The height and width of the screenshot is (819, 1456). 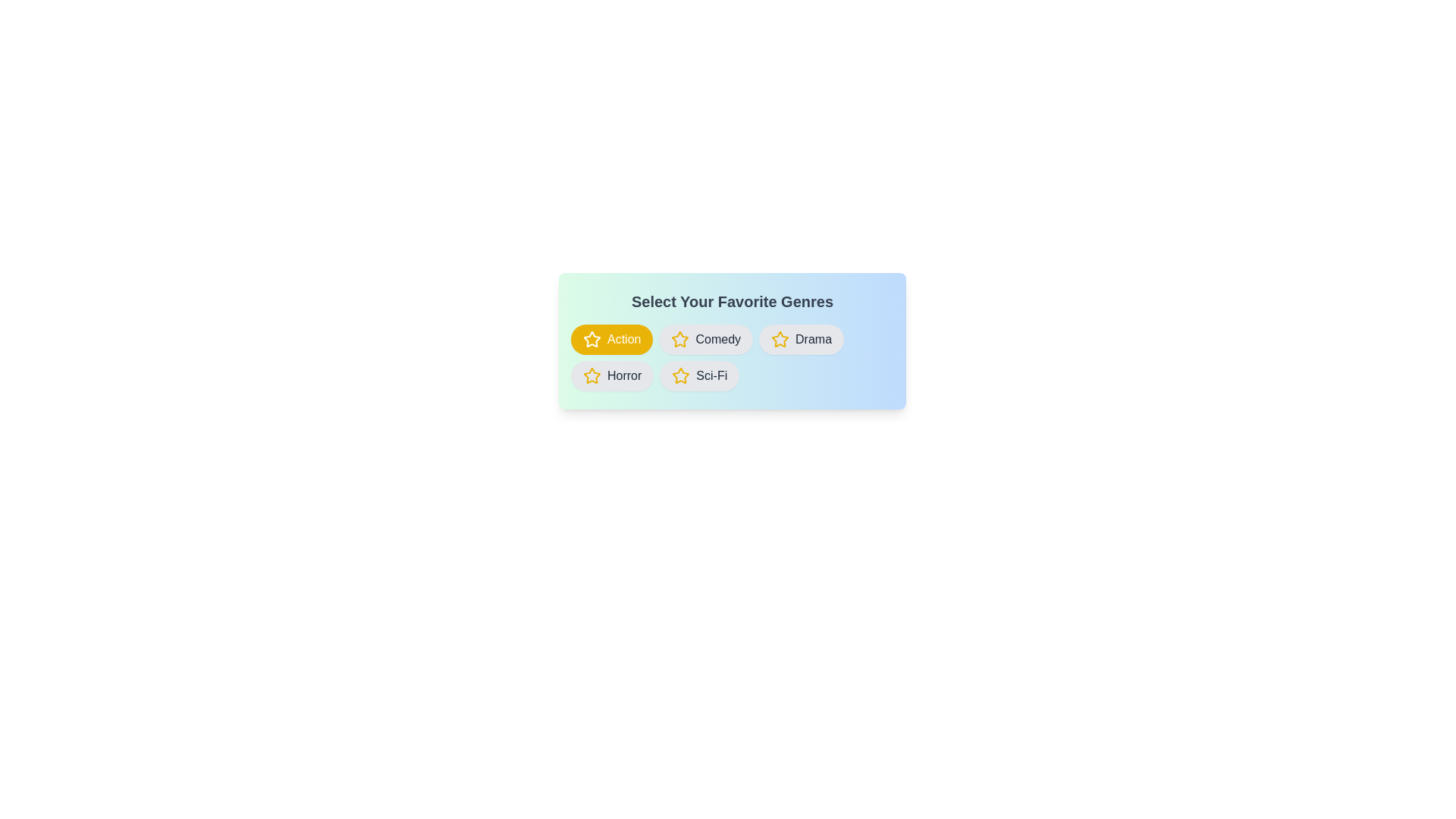 What do you see at coordinates (611, 375) in the screenshot?
I see `the category Horror to observe the hover effect` at bounding box center [611, 375].